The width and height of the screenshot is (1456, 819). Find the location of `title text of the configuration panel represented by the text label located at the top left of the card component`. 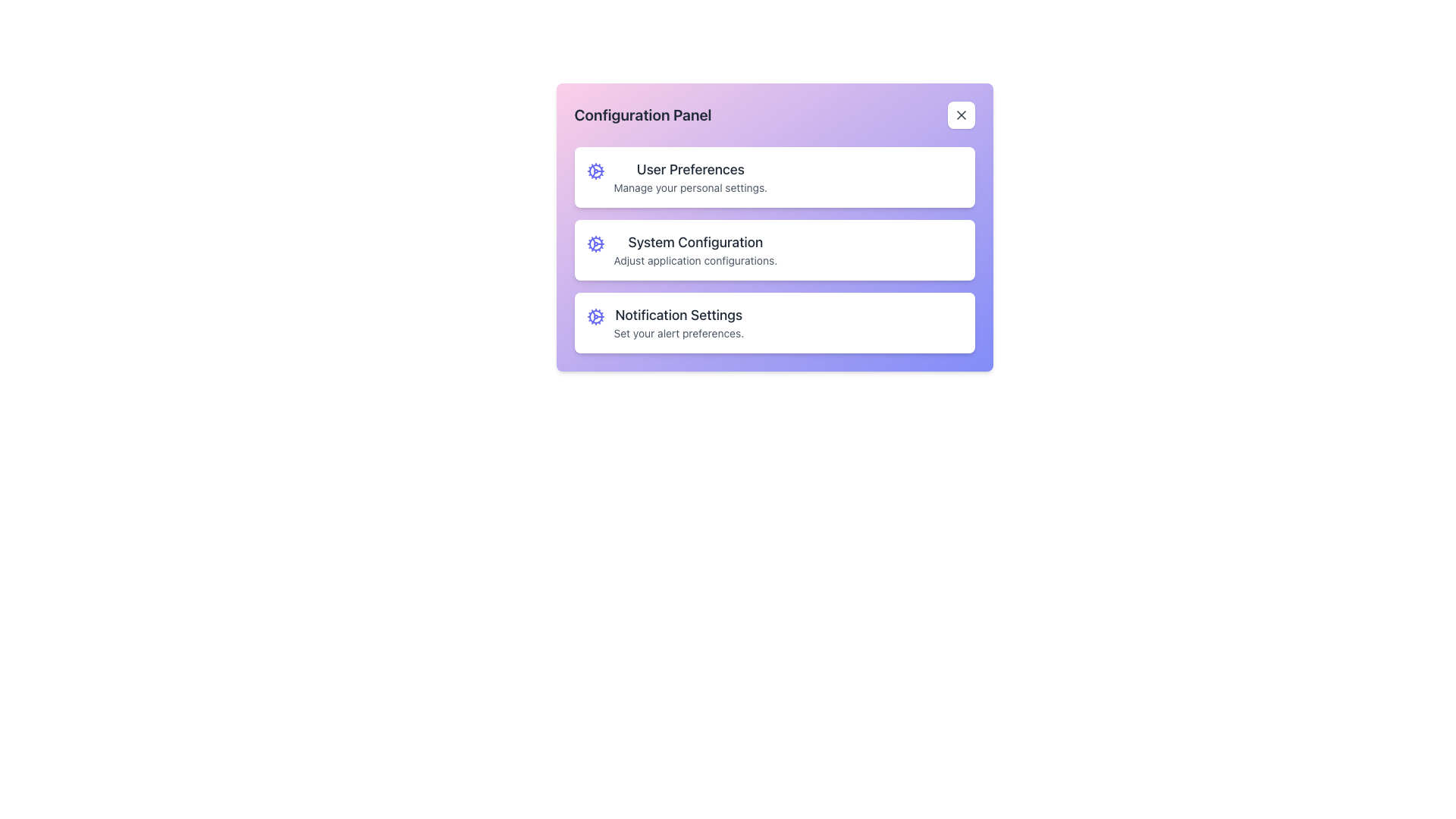

title text of the configuration panel represented by the text label located at the top left of the card component is located at coordinates (643, 114).